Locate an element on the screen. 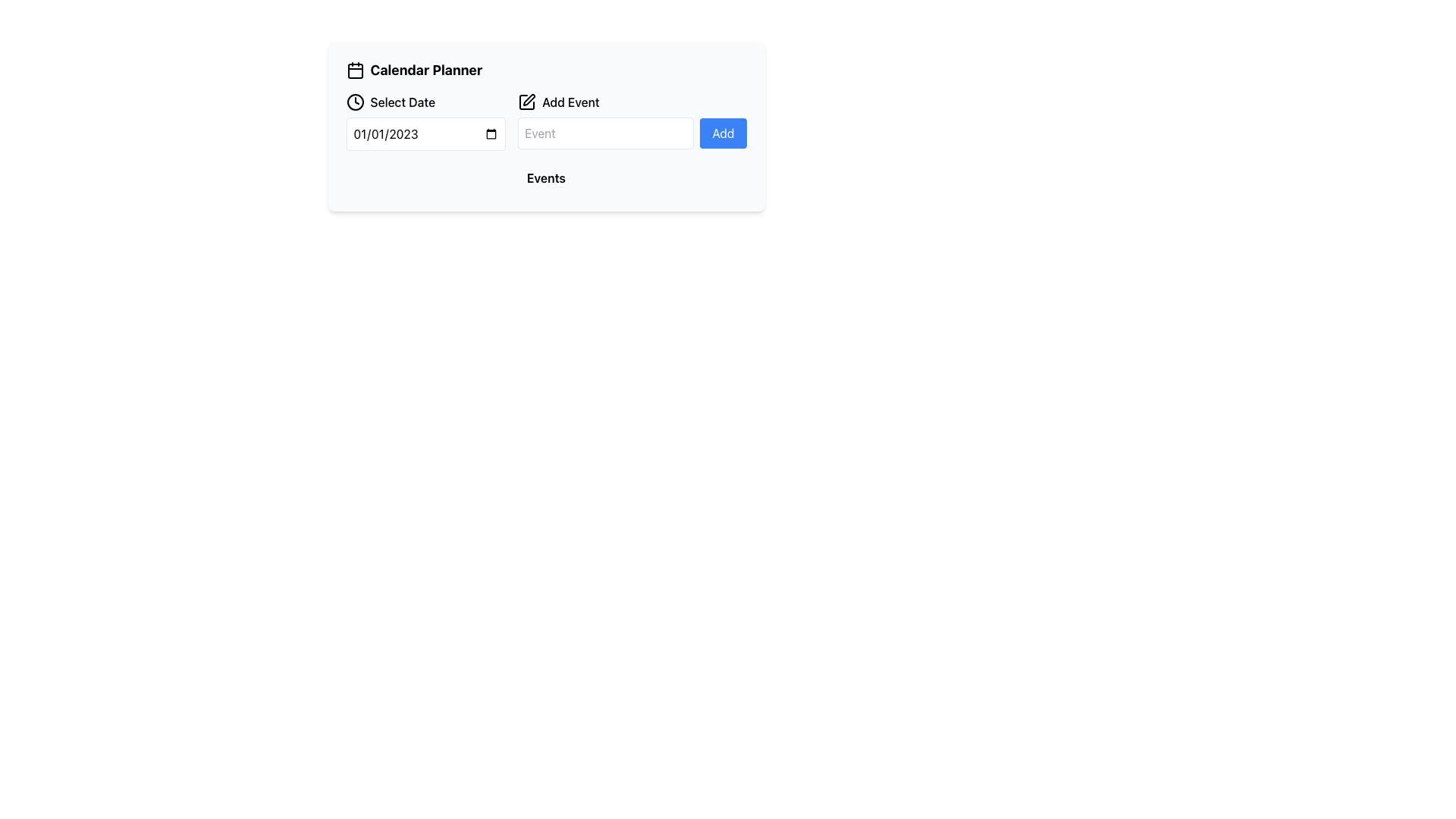 This screenshot has height=819, width=1456. the blue button labeled 'Add' in the 'Add Event' section of the calendar planner interface is located at coordinates (723, 133).